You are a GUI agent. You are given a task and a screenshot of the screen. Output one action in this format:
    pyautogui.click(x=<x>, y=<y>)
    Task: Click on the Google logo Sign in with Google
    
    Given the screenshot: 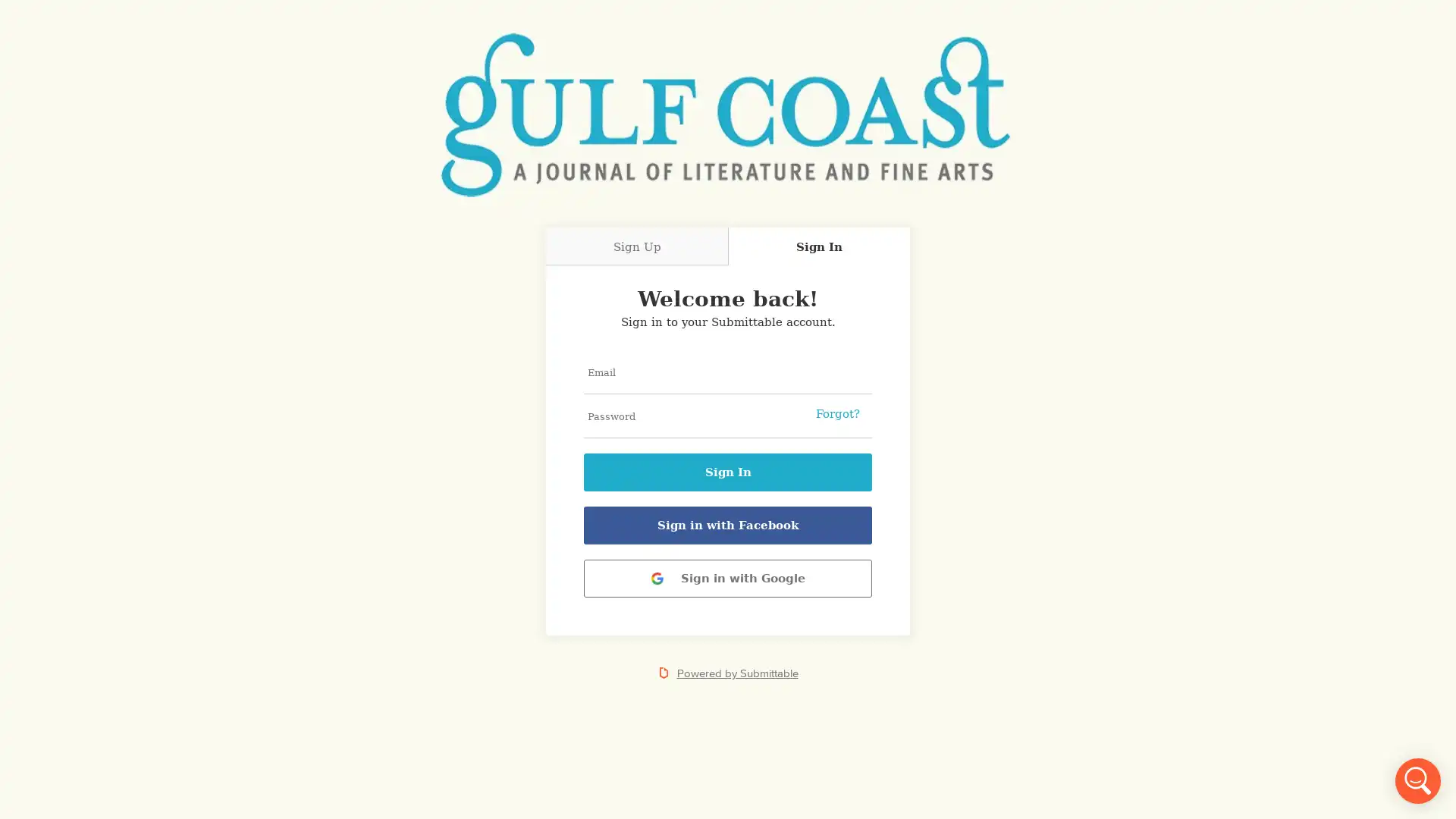 What is the action you would take?
    pyautogui.click(x=728, y=579)
    